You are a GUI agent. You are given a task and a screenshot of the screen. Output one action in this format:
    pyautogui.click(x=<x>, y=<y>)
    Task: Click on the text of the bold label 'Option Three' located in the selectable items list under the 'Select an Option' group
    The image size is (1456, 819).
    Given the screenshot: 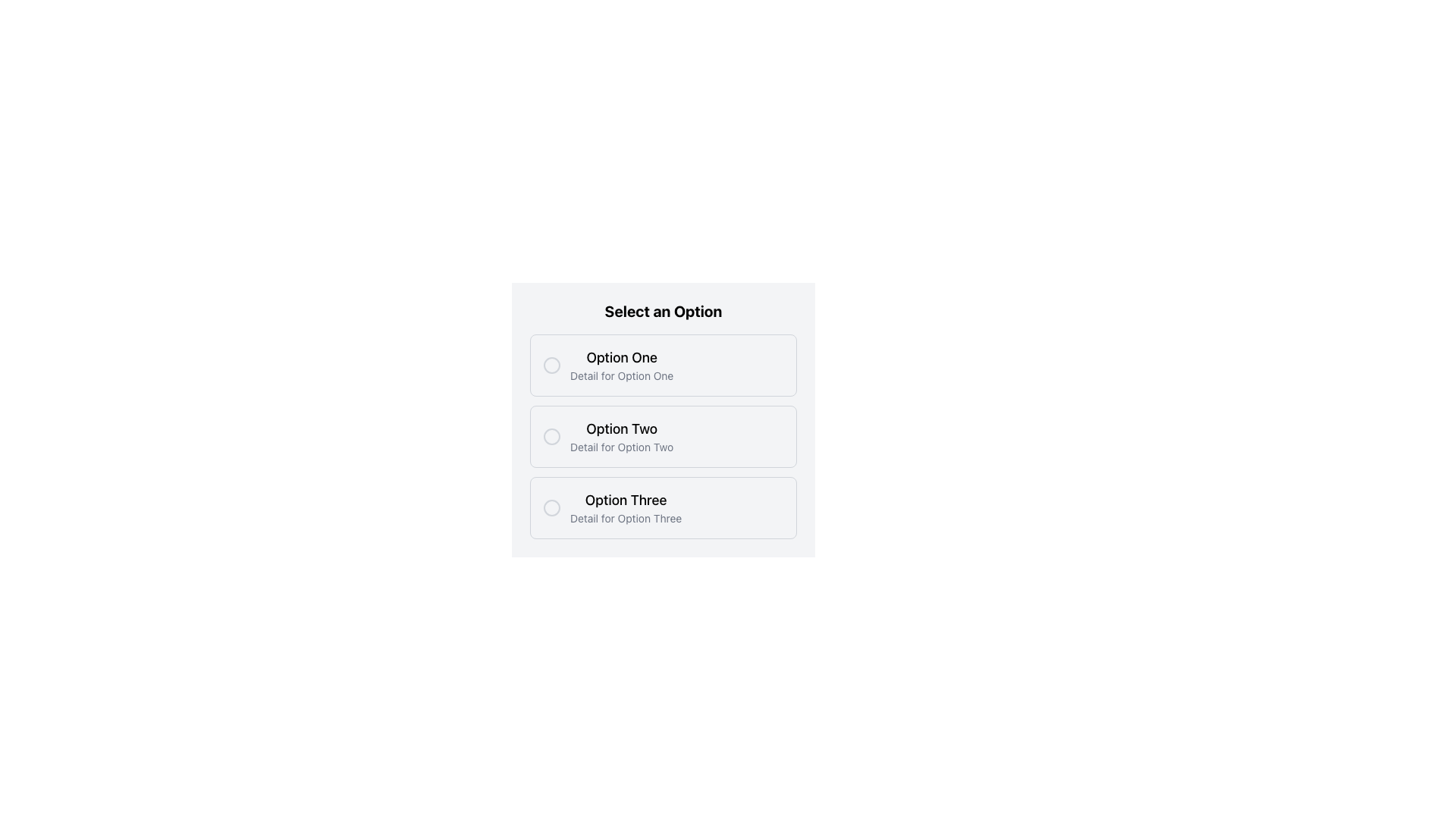 What is the action you would take?
    pyautogui.click(x=626, y=500)
    